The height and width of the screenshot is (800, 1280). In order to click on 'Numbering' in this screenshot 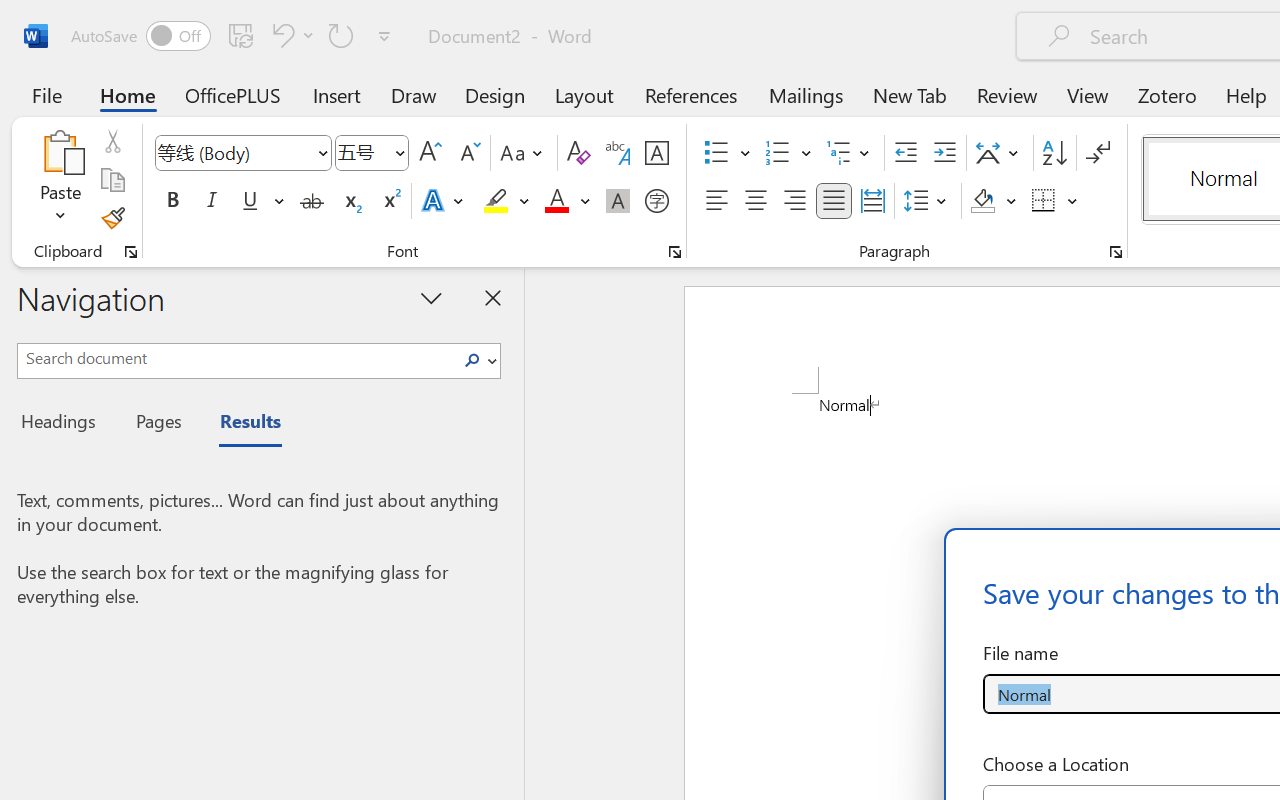, I will do `click(788, 153)`.